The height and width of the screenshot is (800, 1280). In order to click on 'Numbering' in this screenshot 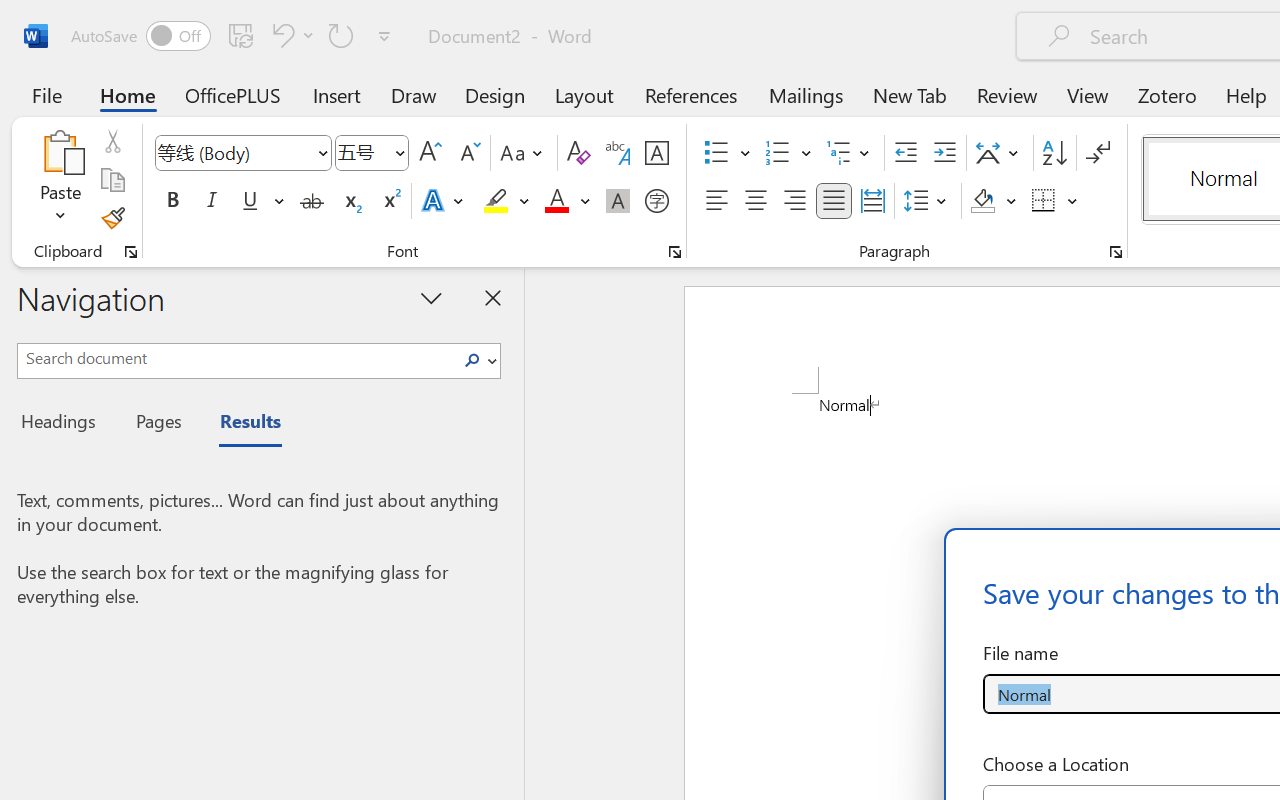, I will do `click(788, 153)`.